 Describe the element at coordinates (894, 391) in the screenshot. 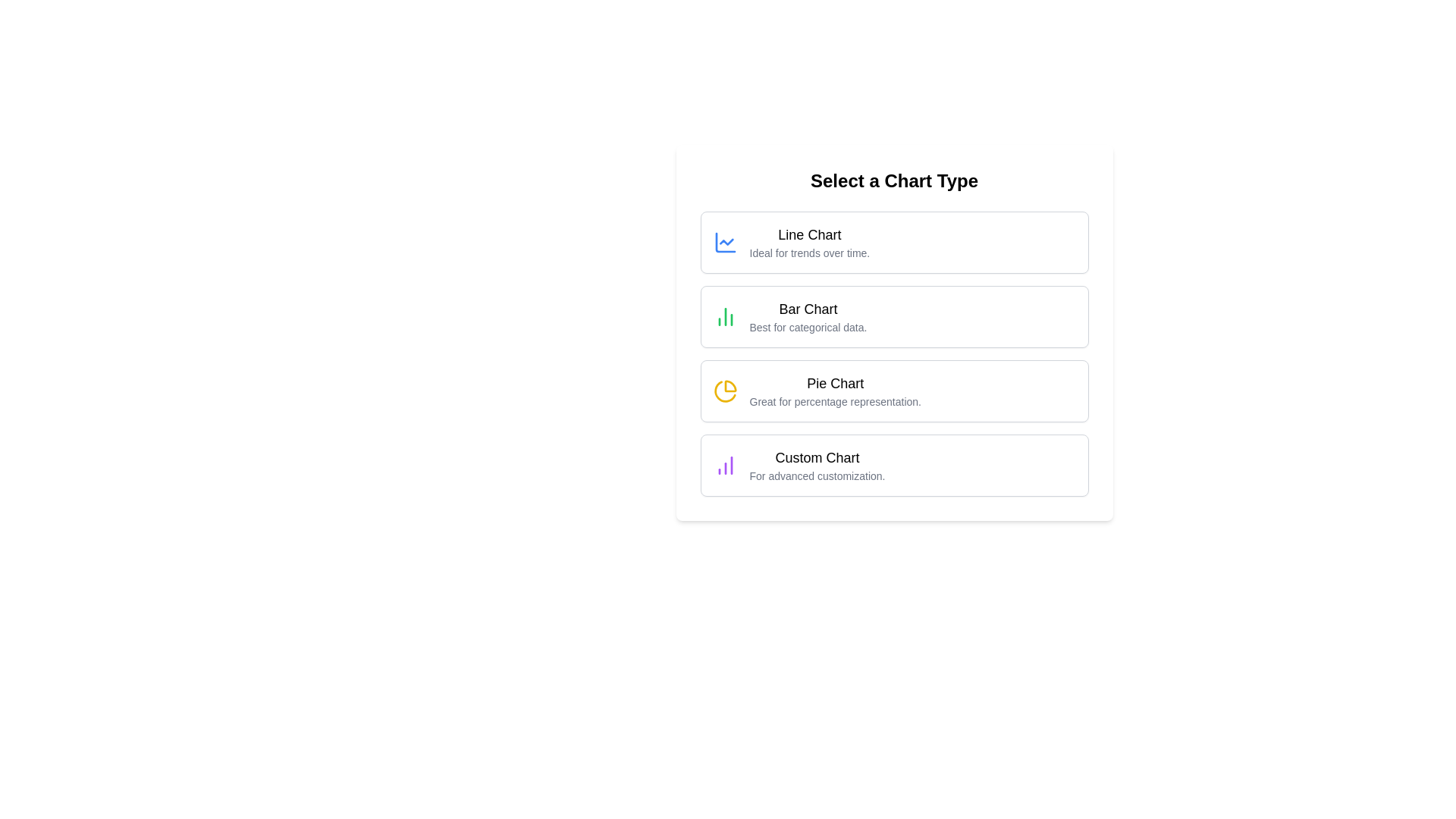

I see `the button-like option panel featuring a yellow pie chart icon and the text 'Pie Chart'` at that location.